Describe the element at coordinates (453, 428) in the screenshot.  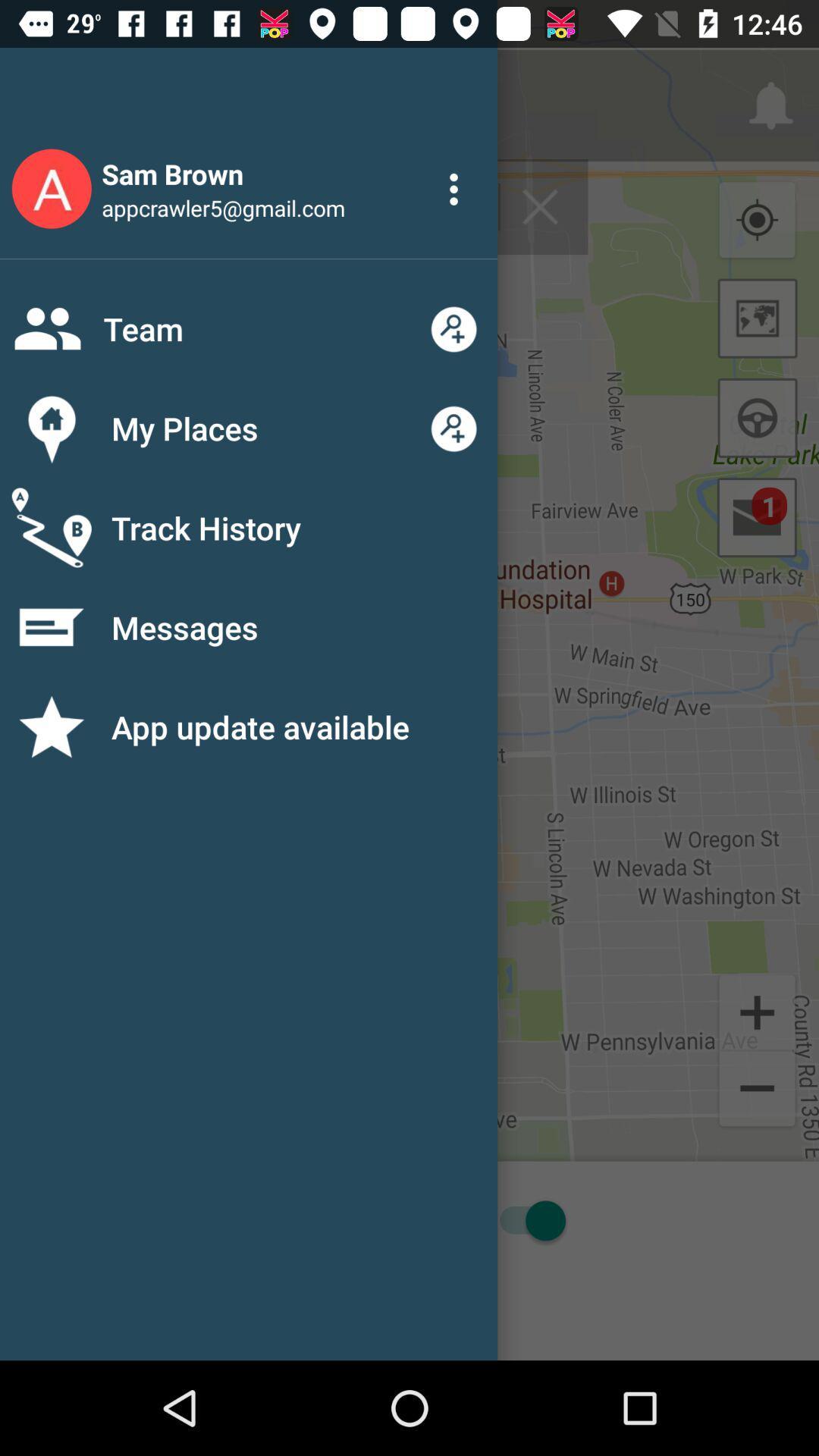
I see `the button on the right next to the button my places on the web page` at that location.